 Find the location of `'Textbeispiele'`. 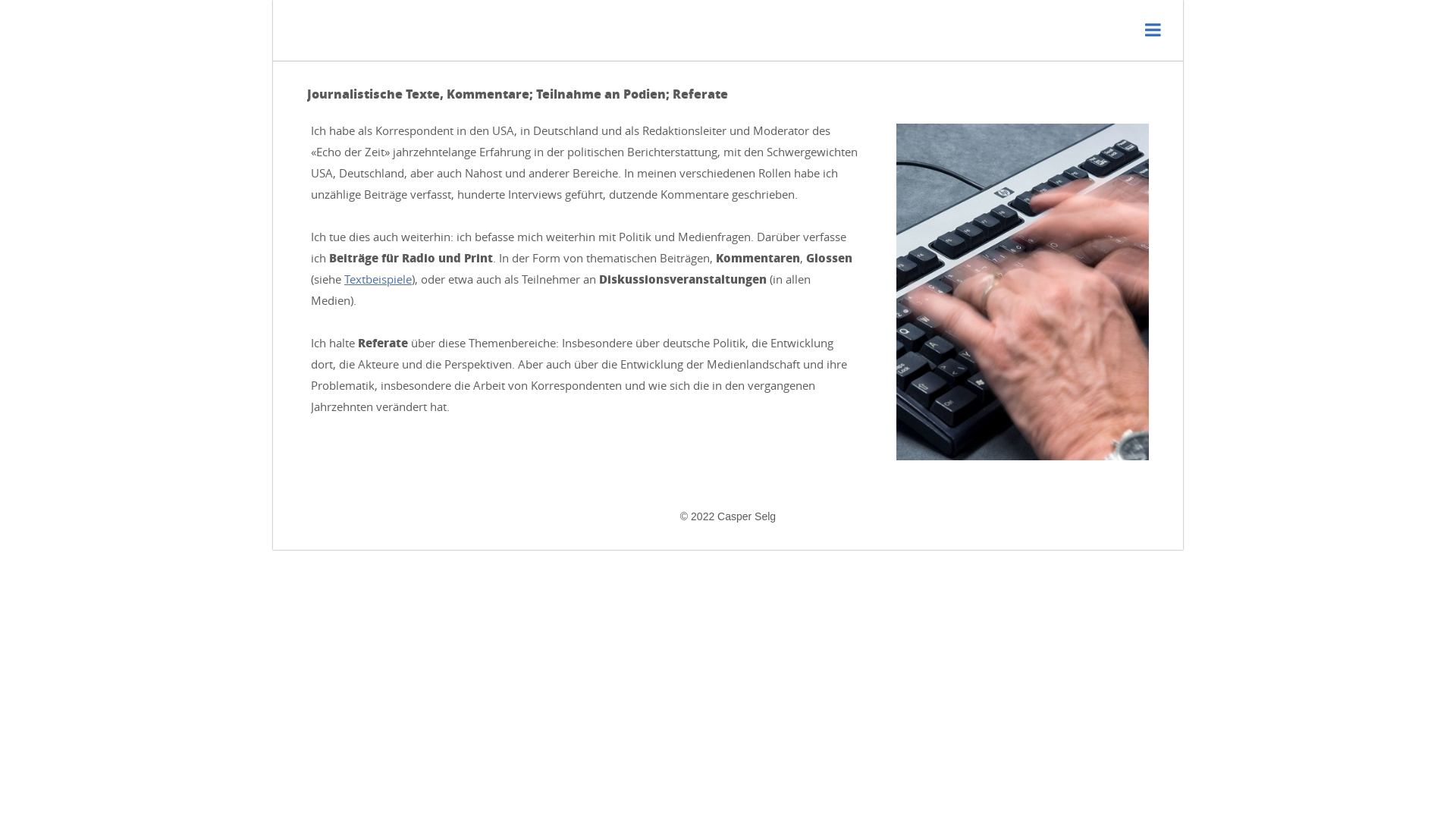

'Textbeispiele' is located at coordinates (378, 278).